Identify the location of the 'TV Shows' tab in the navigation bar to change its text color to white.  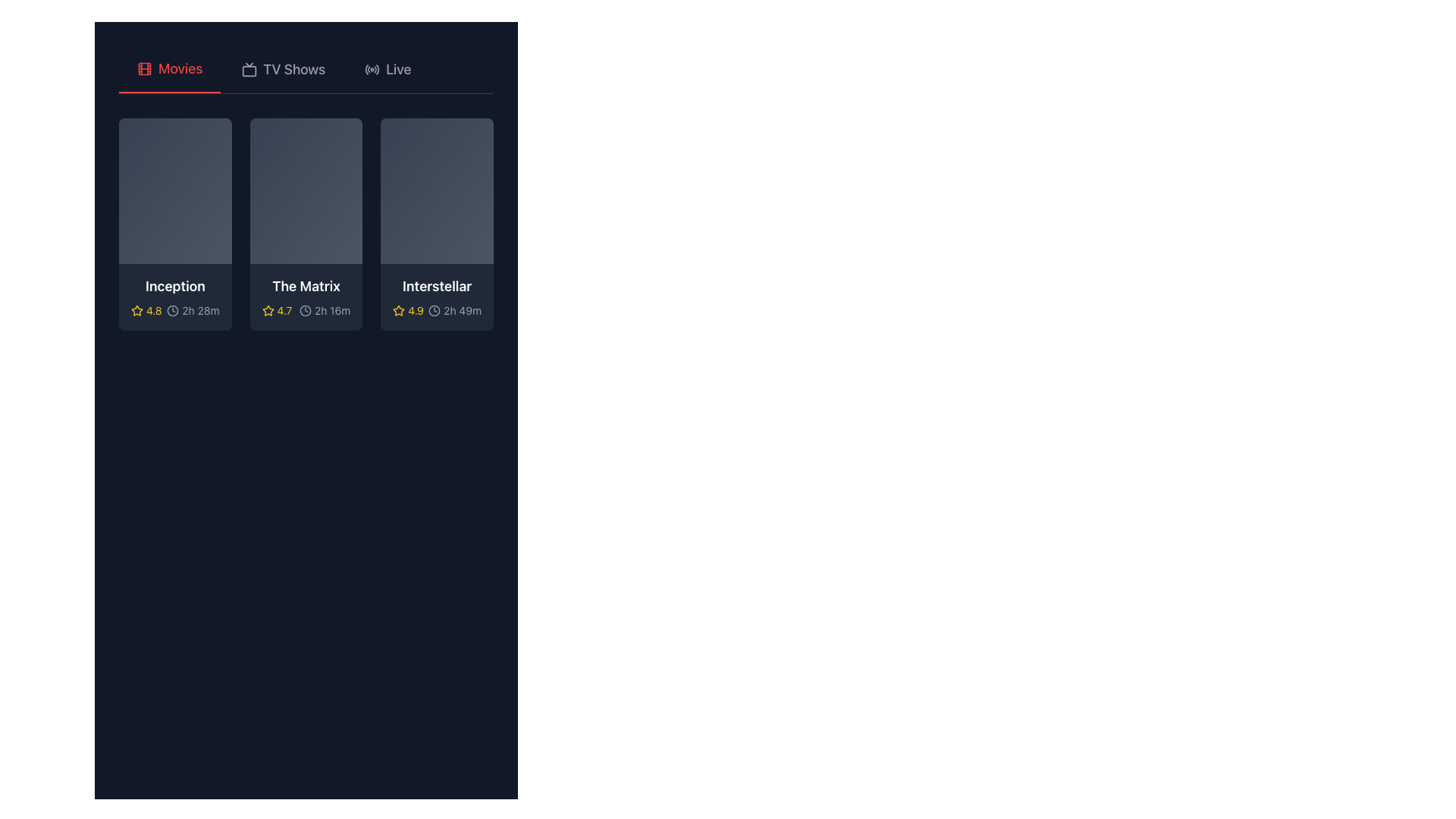
(284, 70).